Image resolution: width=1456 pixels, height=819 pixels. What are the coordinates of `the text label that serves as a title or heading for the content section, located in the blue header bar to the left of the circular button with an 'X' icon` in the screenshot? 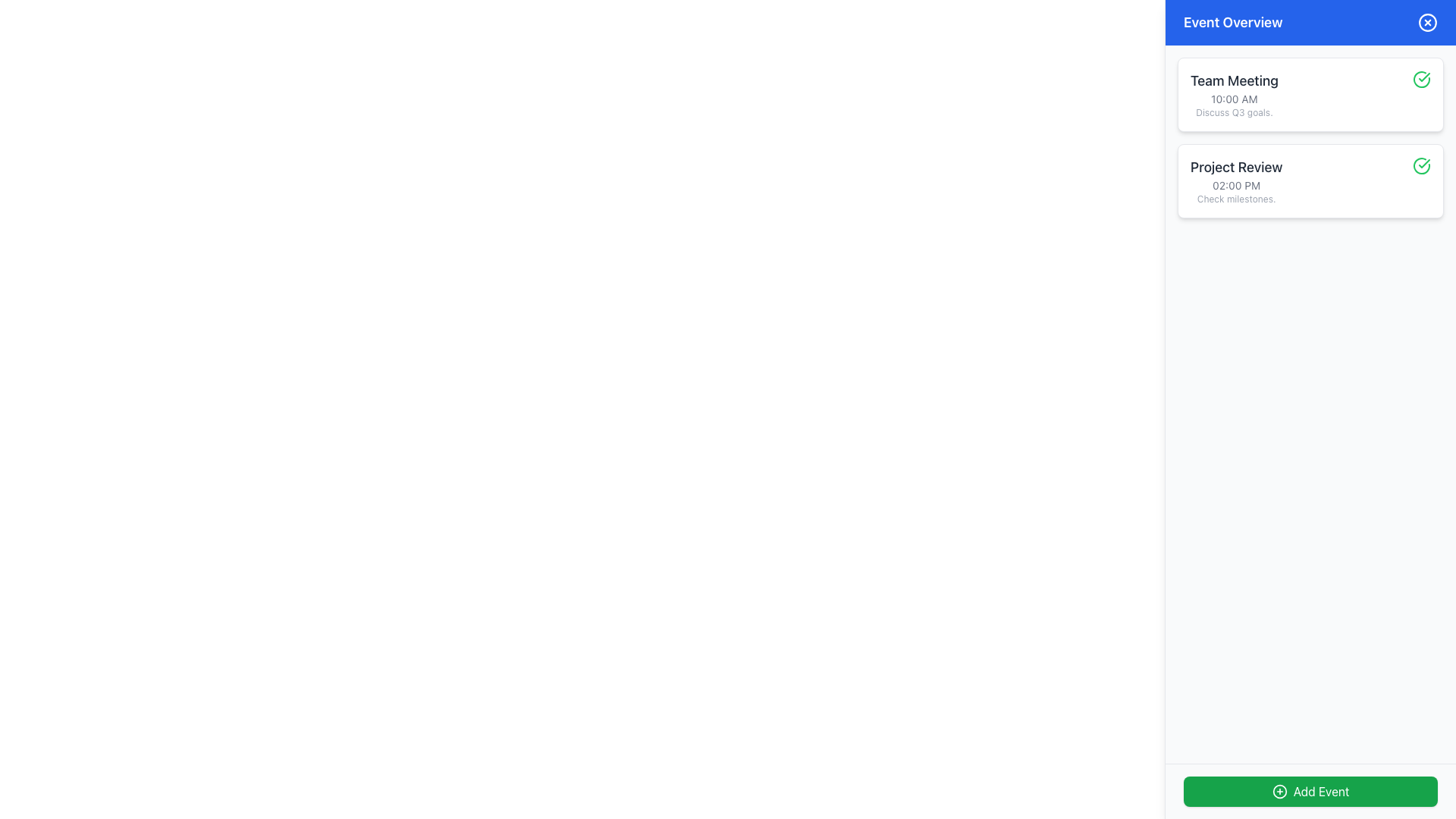 It's located at (1233, 23).